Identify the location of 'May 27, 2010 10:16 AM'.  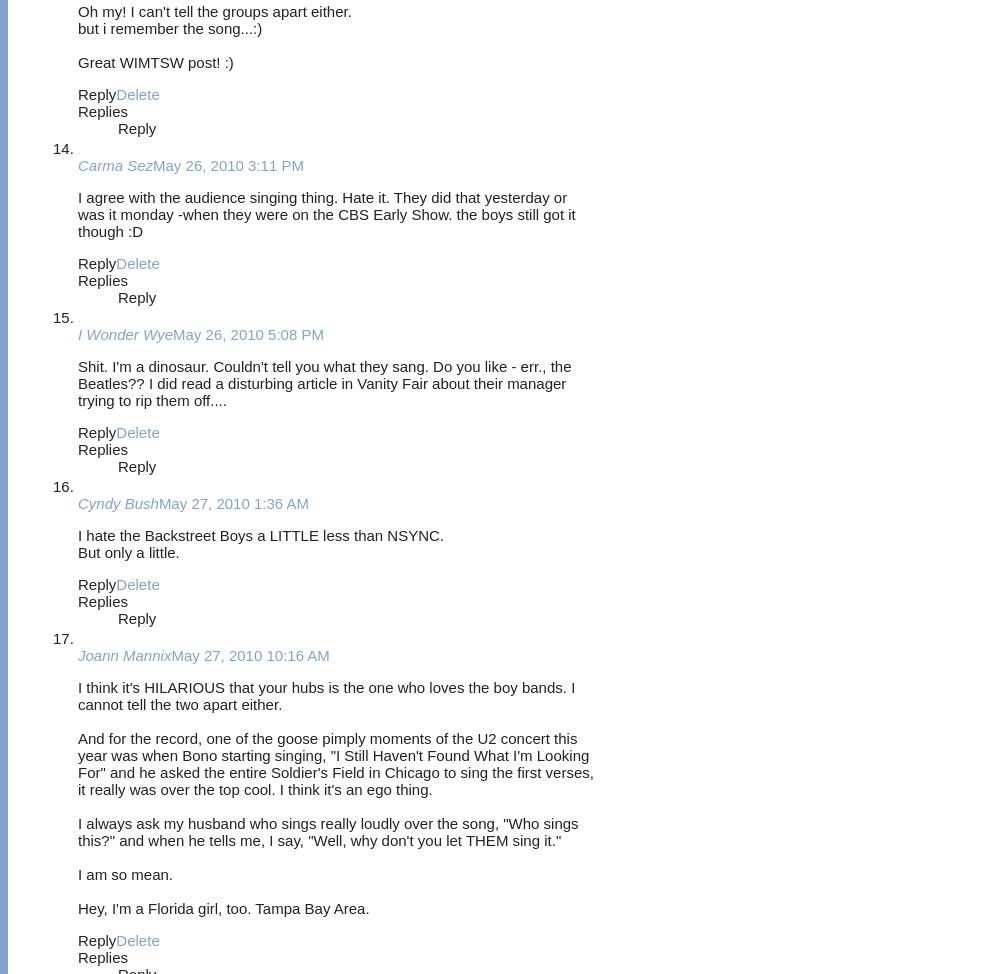
(249, 654).